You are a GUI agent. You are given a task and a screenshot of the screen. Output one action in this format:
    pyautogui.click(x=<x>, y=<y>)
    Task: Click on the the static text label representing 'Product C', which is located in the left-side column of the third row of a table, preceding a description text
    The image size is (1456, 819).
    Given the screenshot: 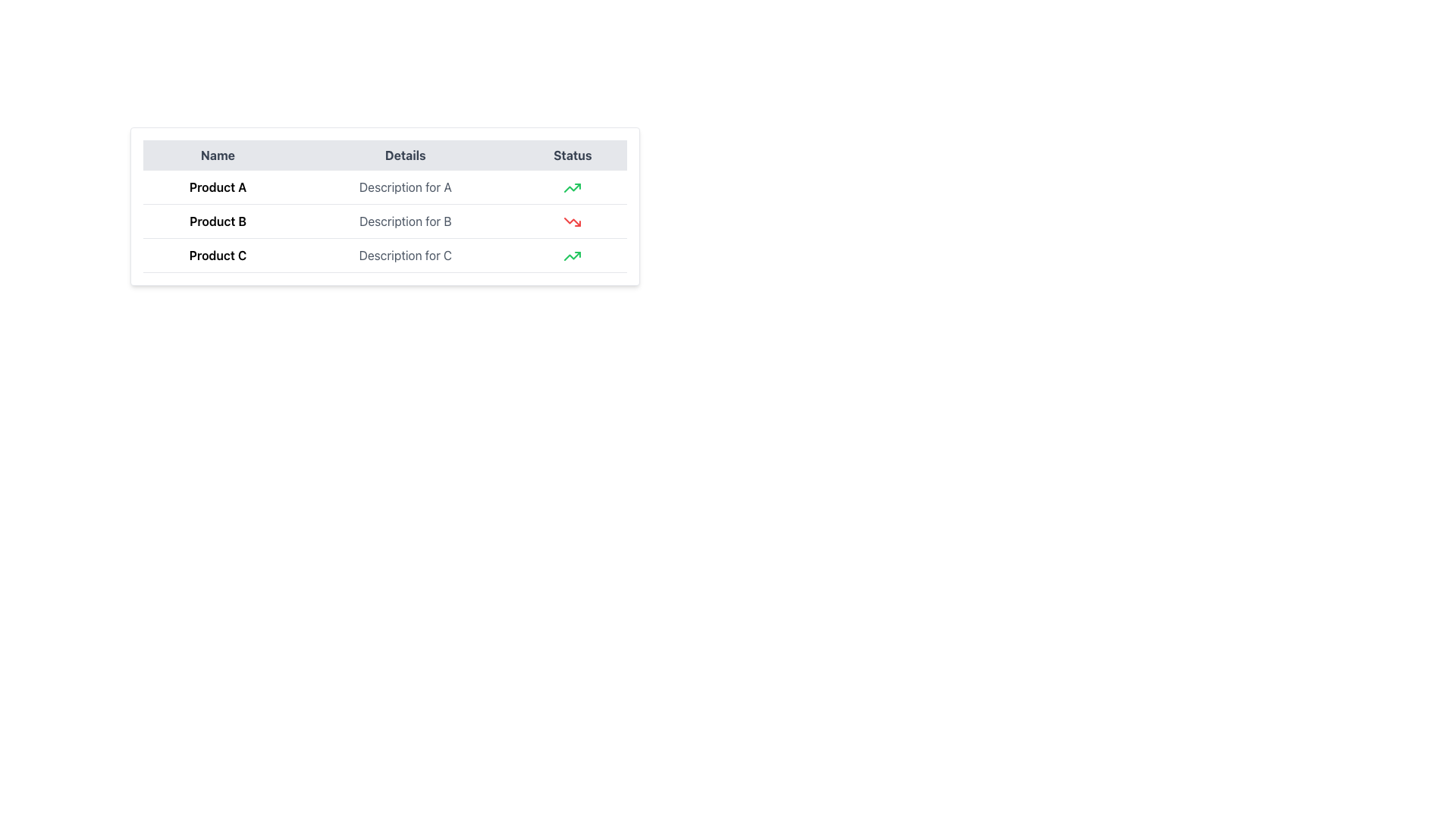 What is the action you would take?
    pyautogui.click(x=217, y=254)
    